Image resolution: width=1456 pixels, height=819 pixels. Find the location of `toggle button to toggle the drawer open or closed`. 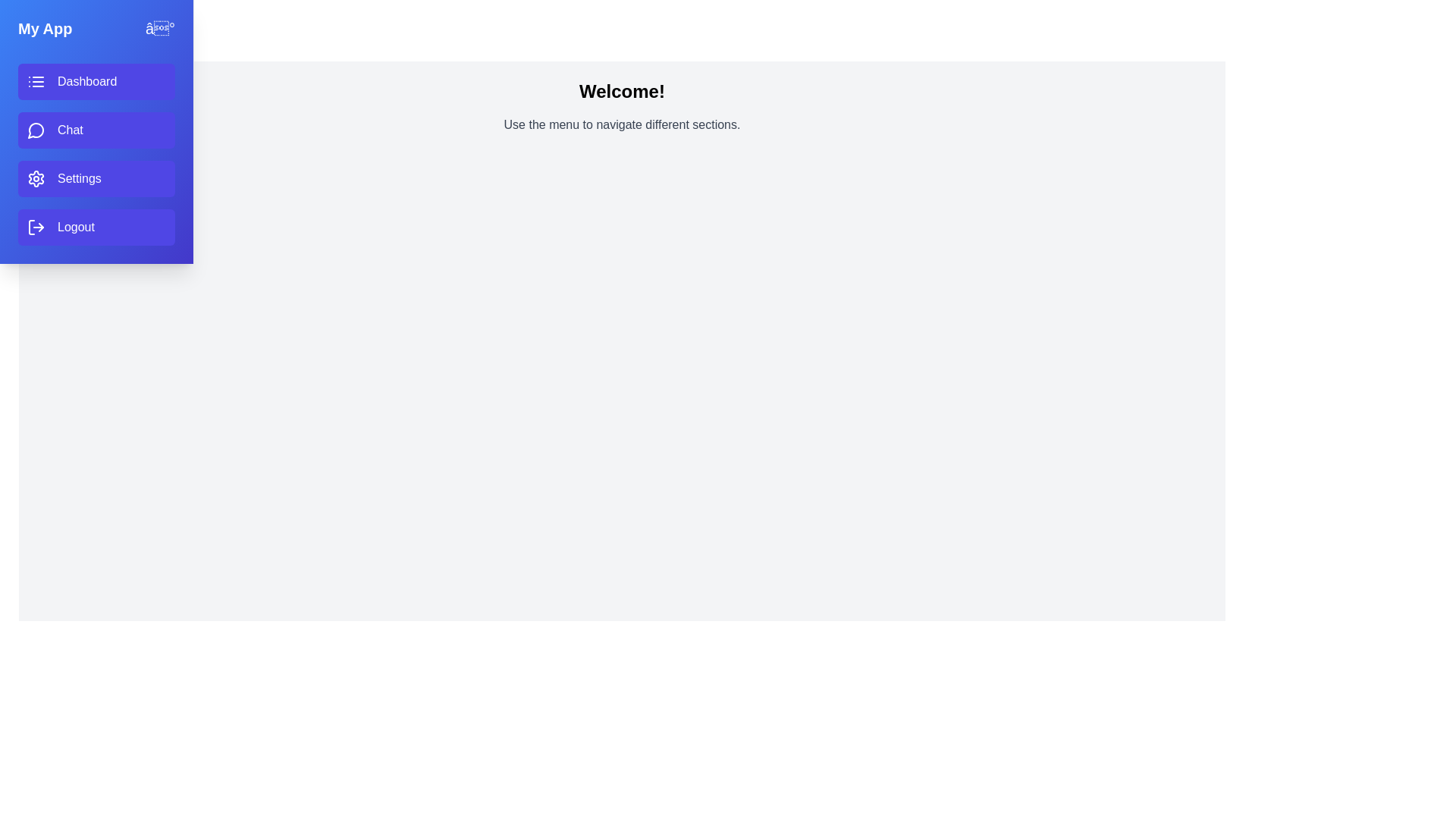

toggle button to toggle the drawer open or closed is located at coordinates (160, 29).